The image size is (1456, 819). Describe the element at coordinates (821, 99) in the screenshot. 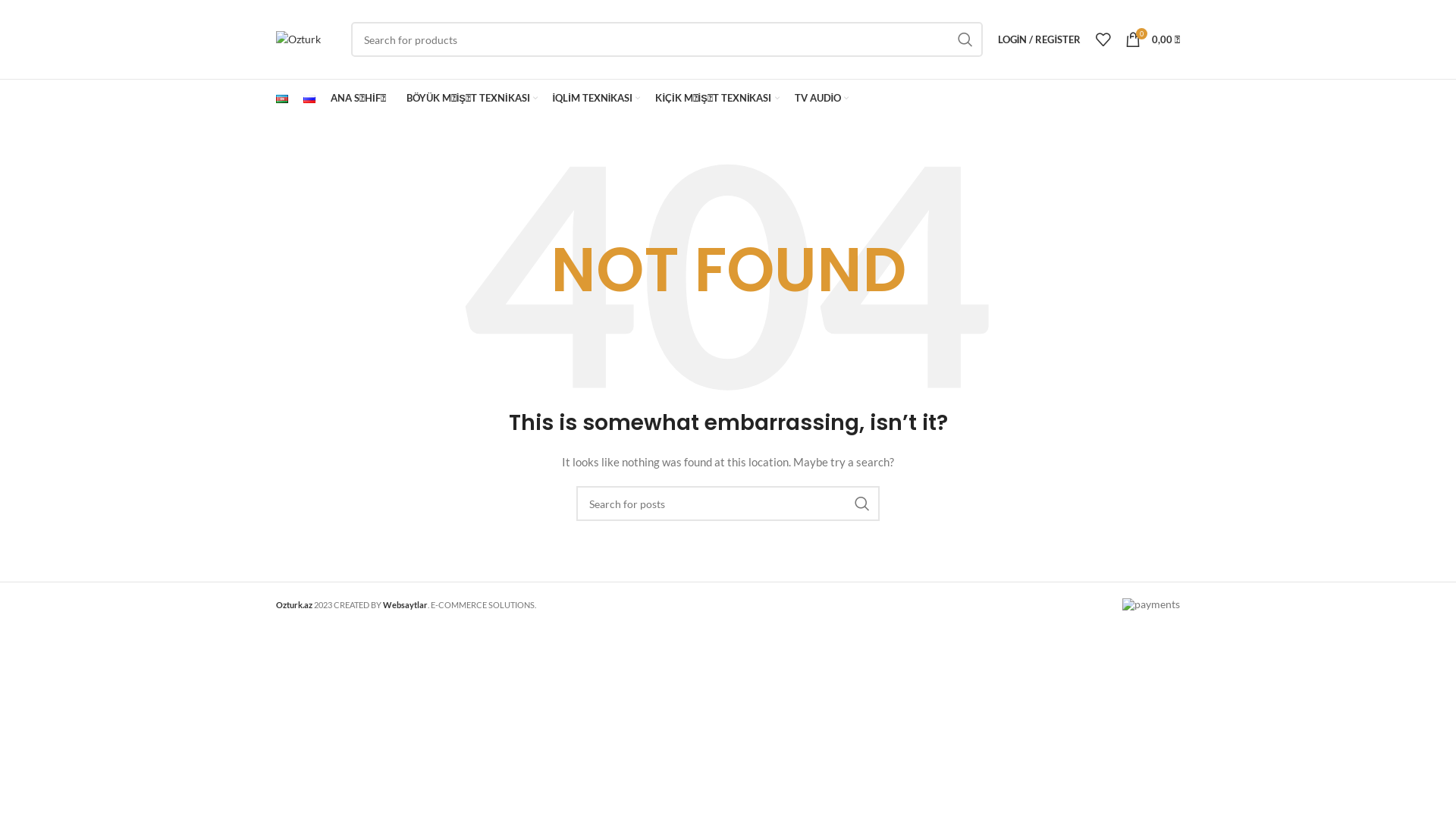

I see `'TV AUDIO'` at that location.